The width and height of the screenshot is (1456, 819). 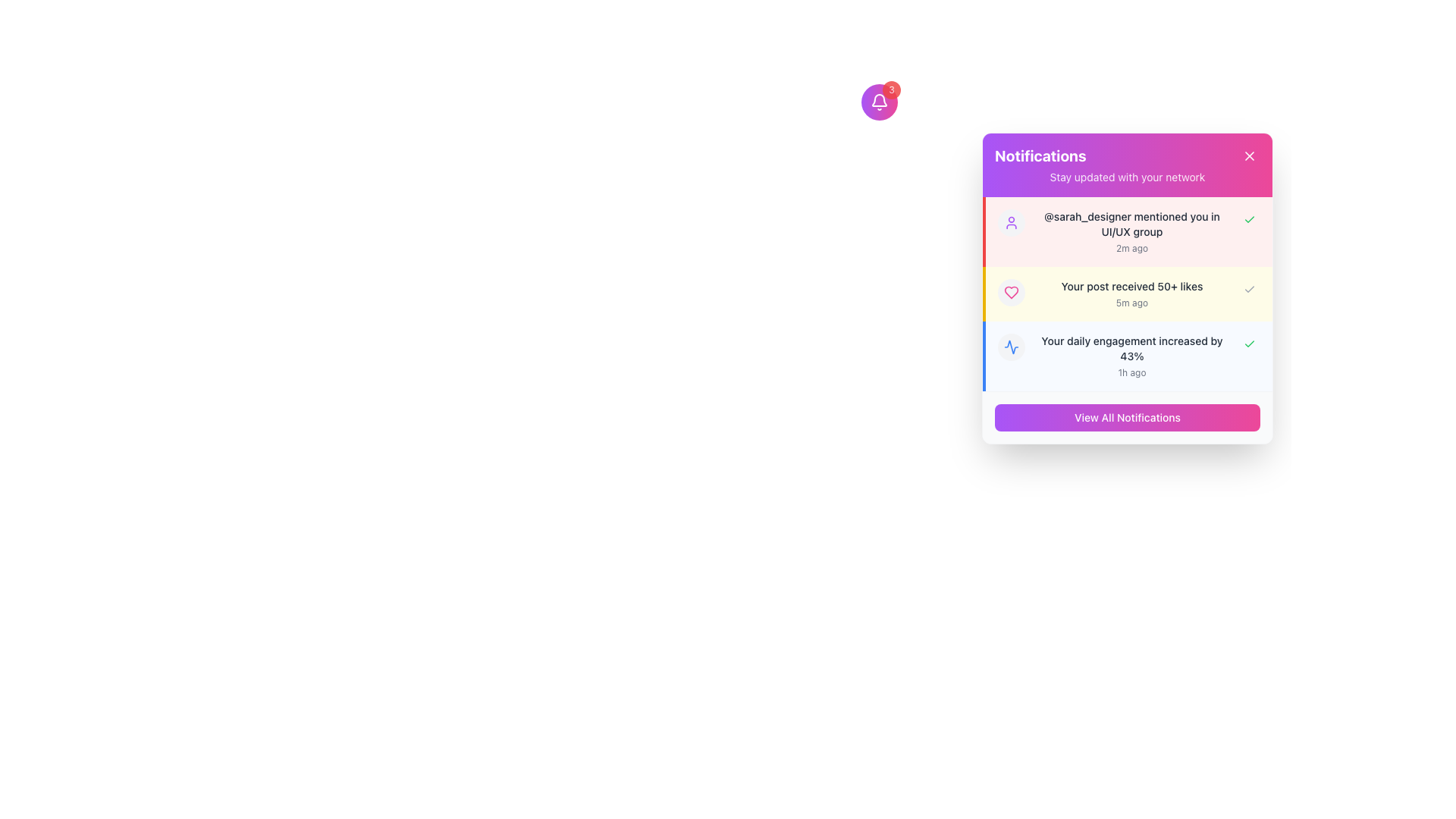 What do you see at coordinates (1012, 347) in the screenshot?
I see `the rounded icon with a white background and blue waveform located to the left of the notification message 'Your daily engagement increased by 43%' for interaction` at bounding box center [1012, 347].